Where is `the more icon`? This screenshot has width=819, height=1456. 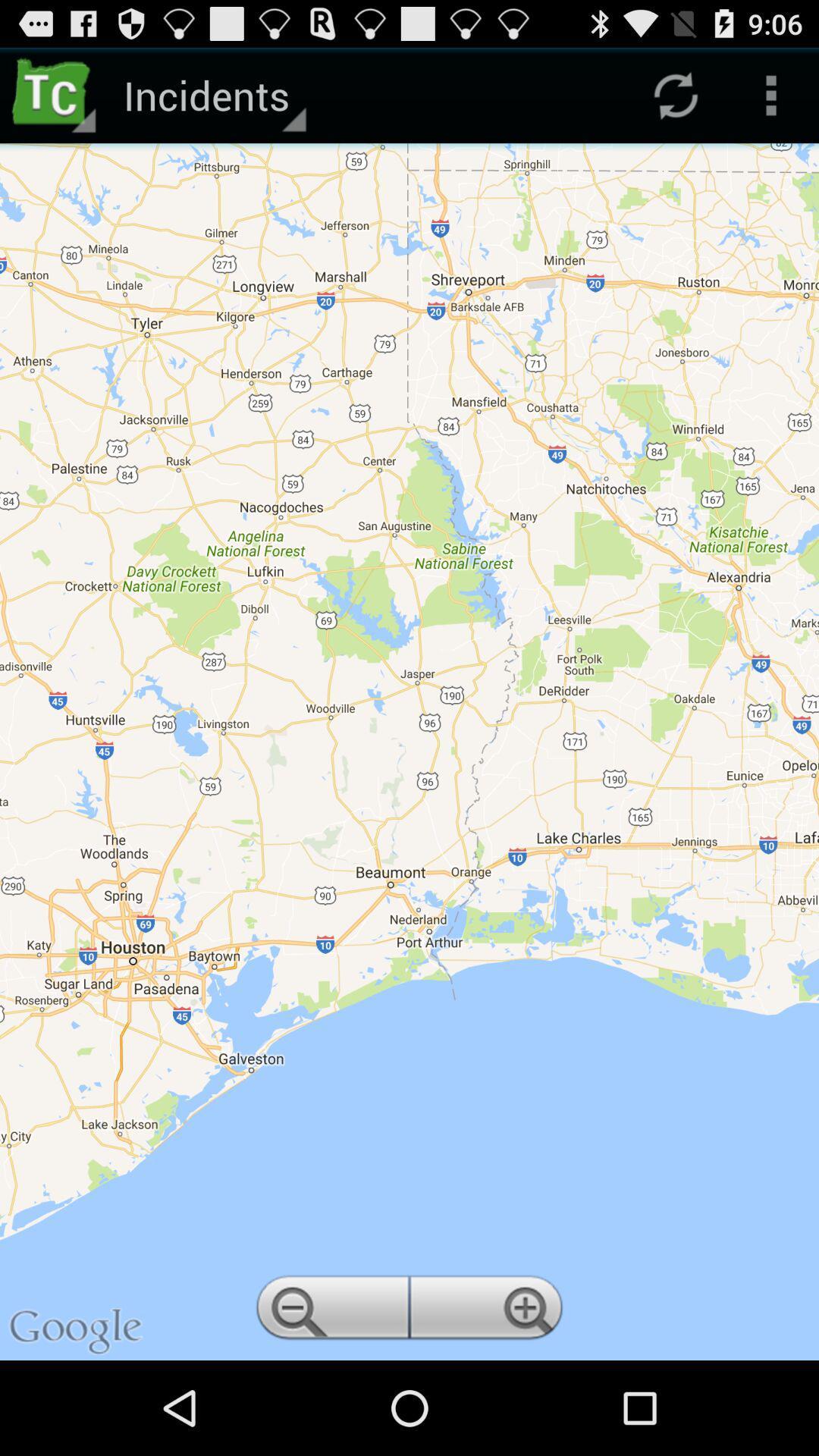
the more icon is located at coordinates (771, 101).